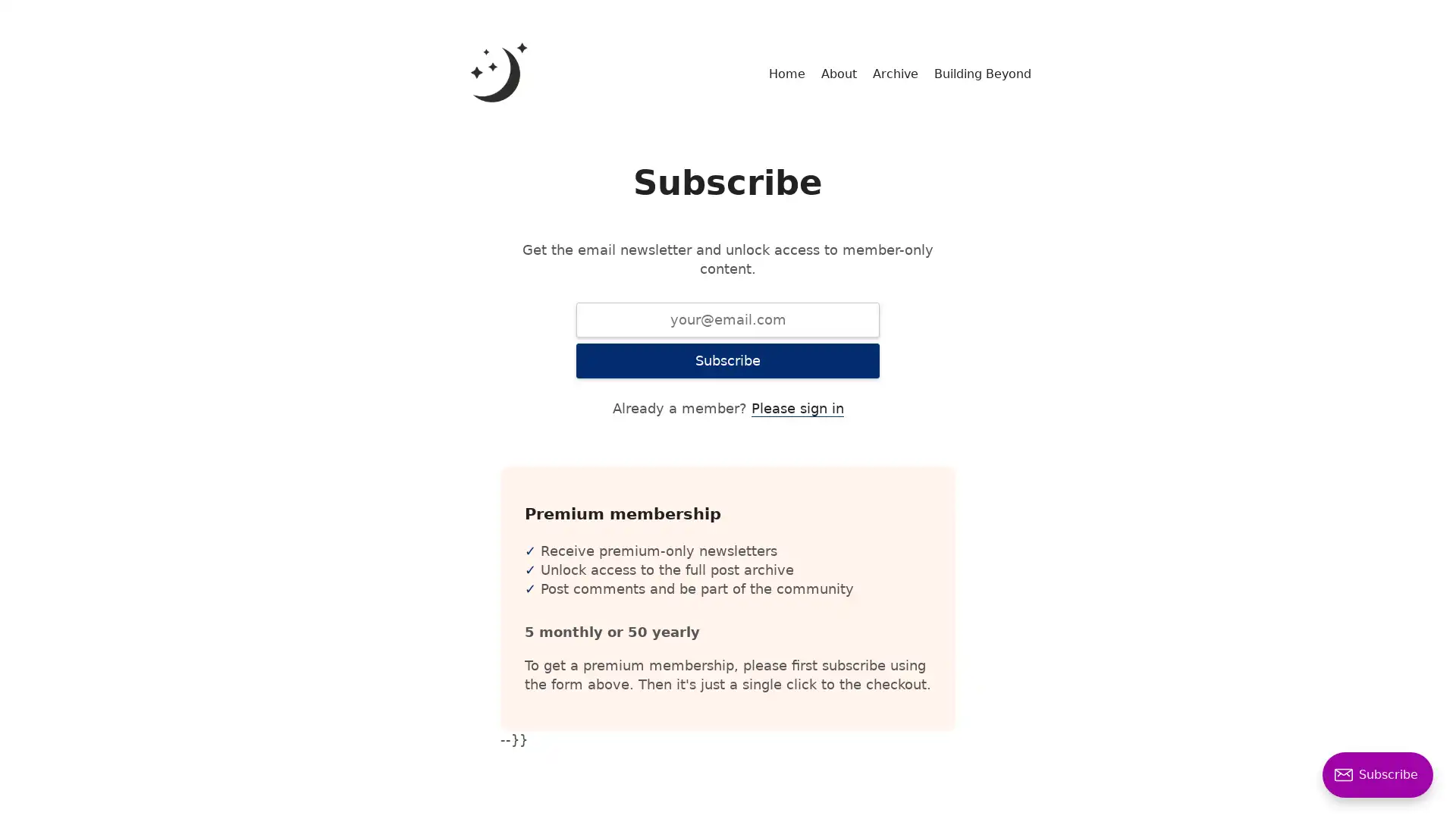 This screenshot has height=819, width=1456. I want to click on Subscribe, so click(728, 360).